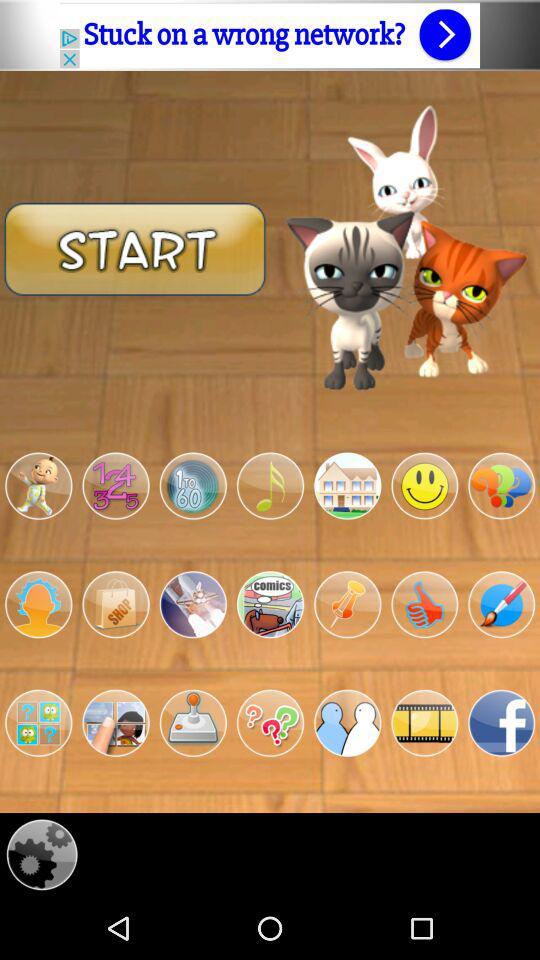  I want to click on the last image, so click(500, 722).